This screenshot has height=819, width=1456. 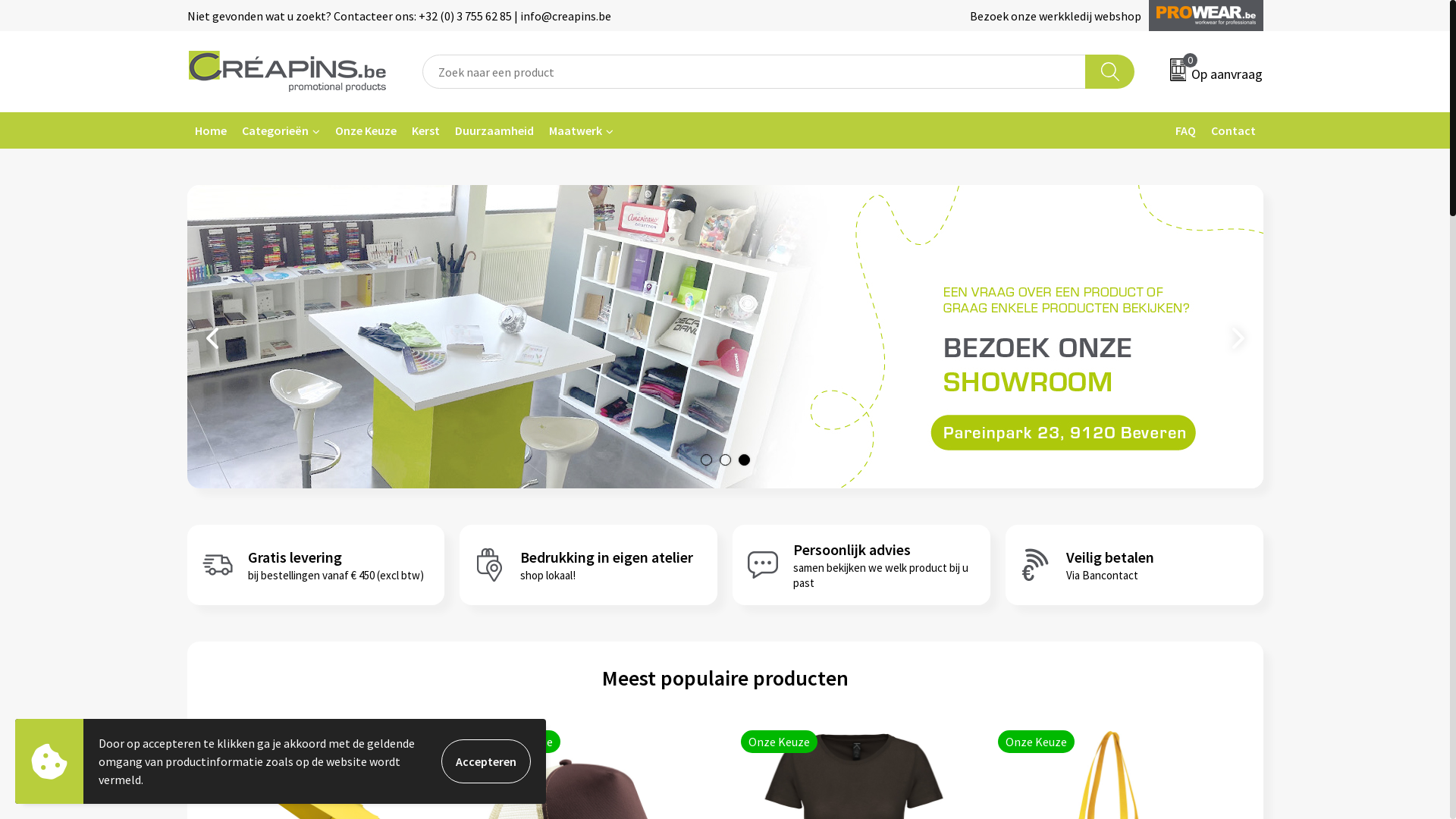 What do you see at coordinates (705, 459) in the screenshot?
I see `'1'` at bounding box center [705, 459].